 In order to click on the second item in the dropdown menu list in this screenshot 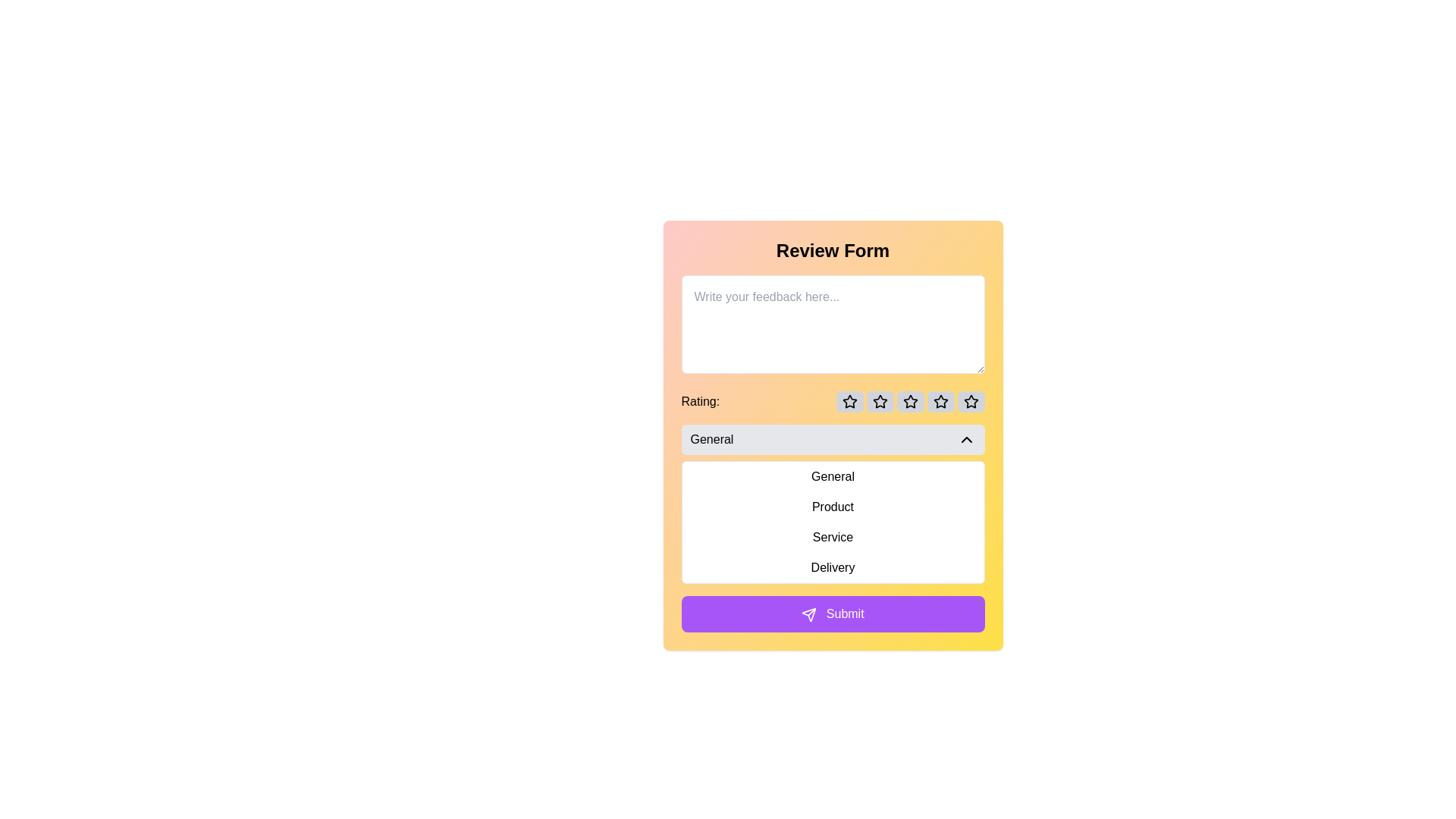, I will do `click(832, 504)`.